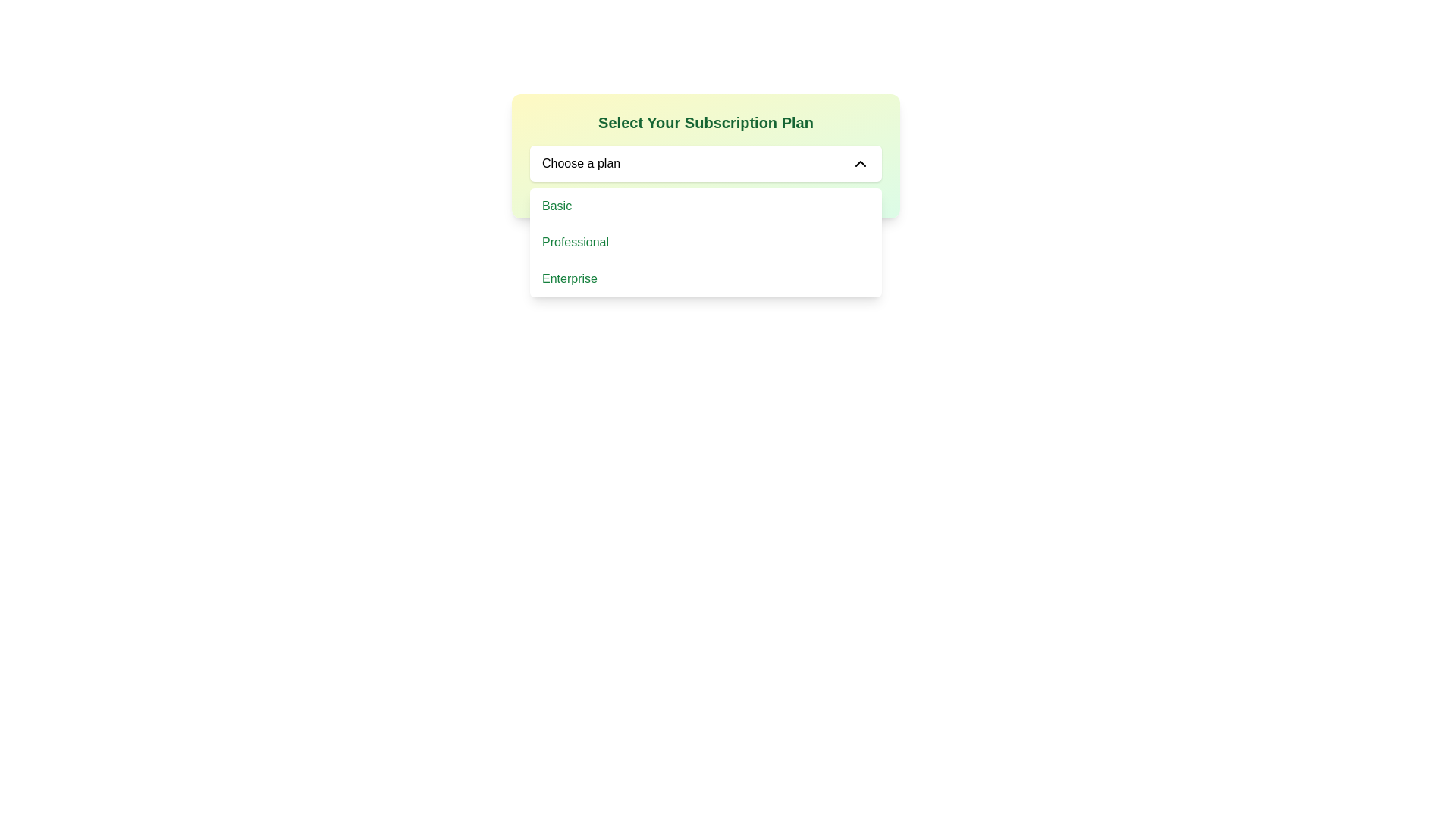 This screenshot has width=1456, height=819. I want to click on the downward-pointing chevron icon with a black outline indicating a toggle state, located inside the 'Choose a plan' area, so click(860, 164).